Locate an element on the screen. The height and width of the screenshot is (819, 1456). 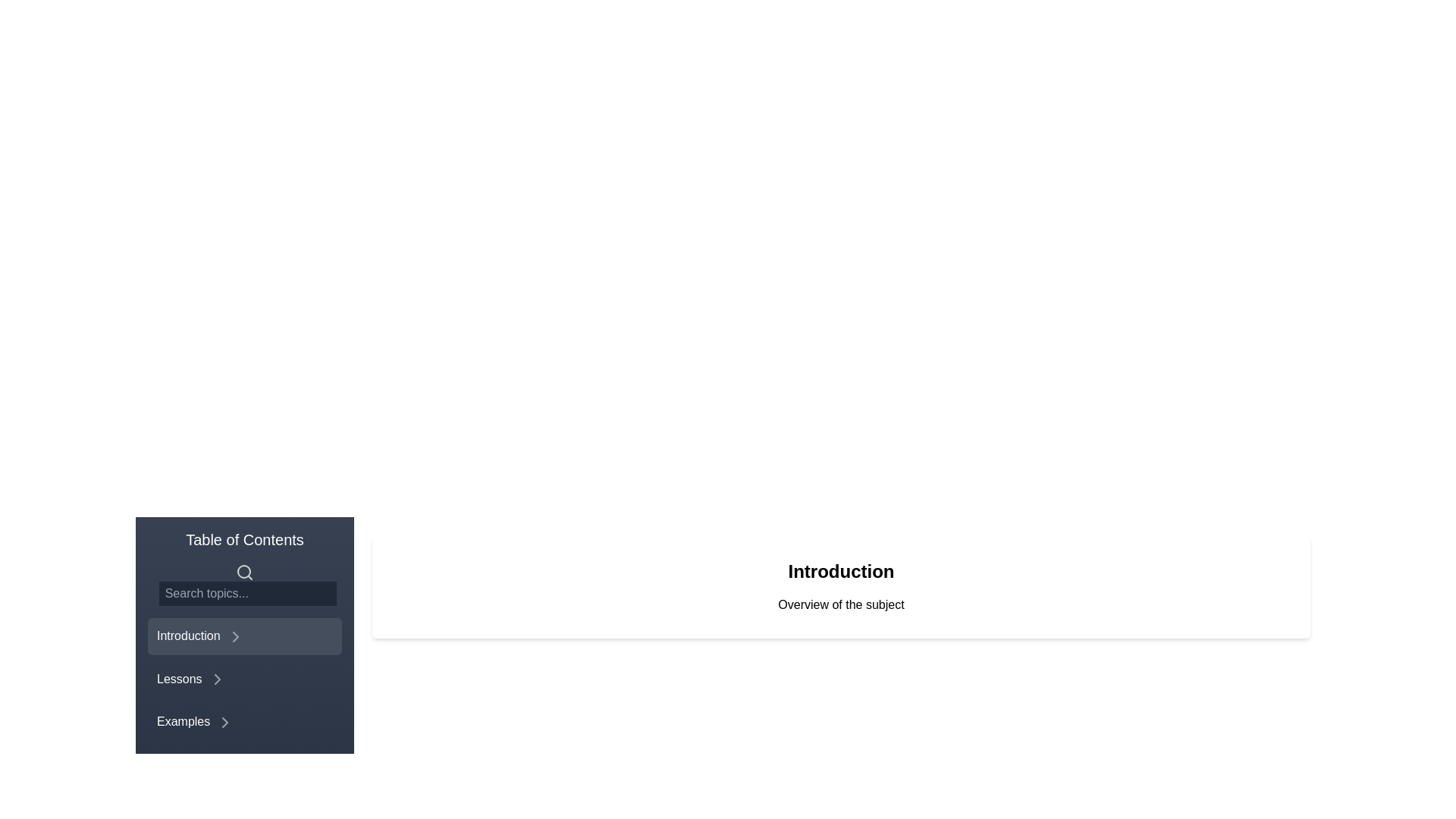
the search initiation button located at the top-left corner of the sidebar, which is positioned immediately before the text input field is located at coordinates (244, 571).